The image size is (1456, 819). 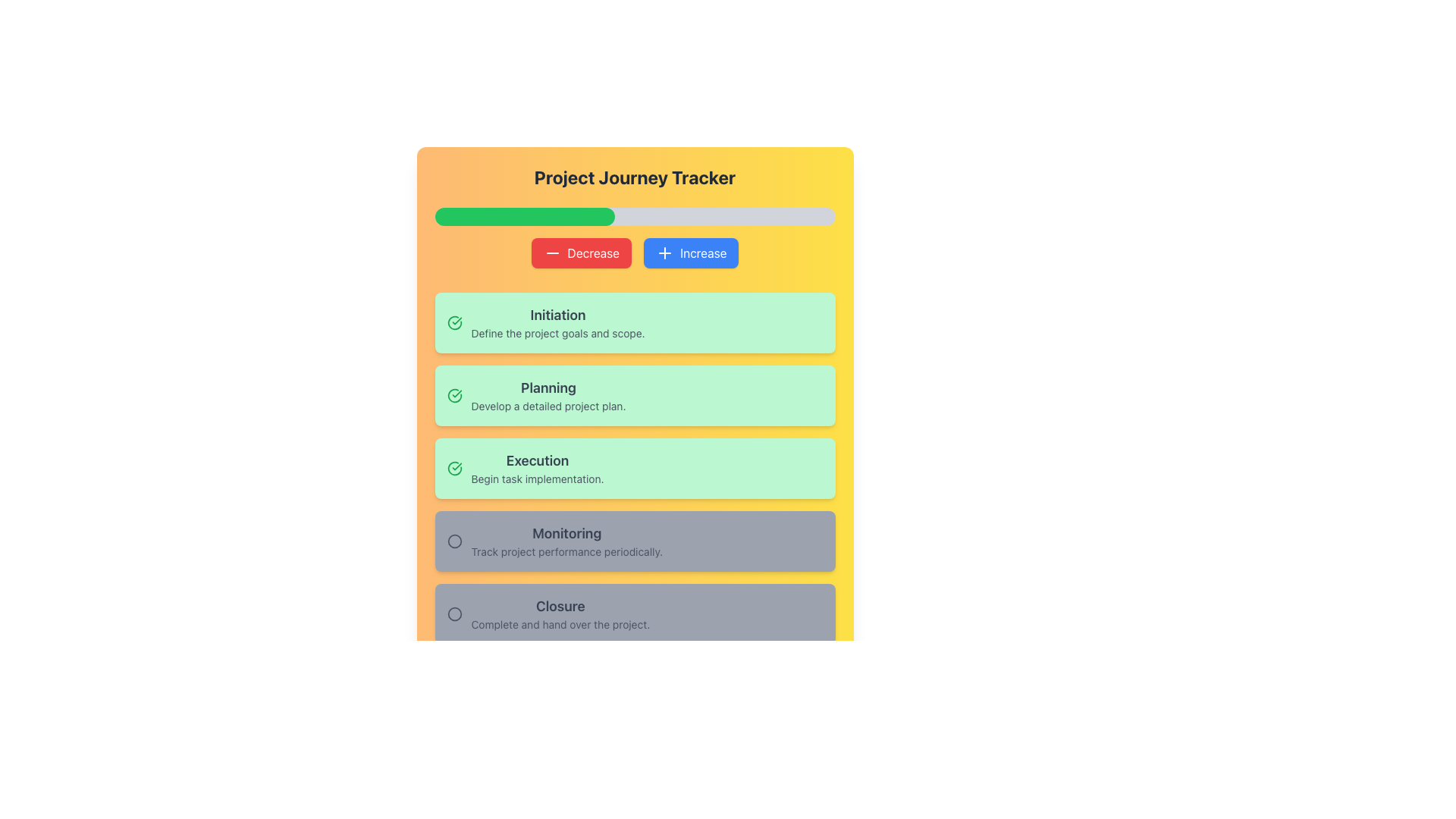 I want to click on the completion icon located at the left end of the first green rectangle next to the text 'Initiation', so click(x=453, y=322).